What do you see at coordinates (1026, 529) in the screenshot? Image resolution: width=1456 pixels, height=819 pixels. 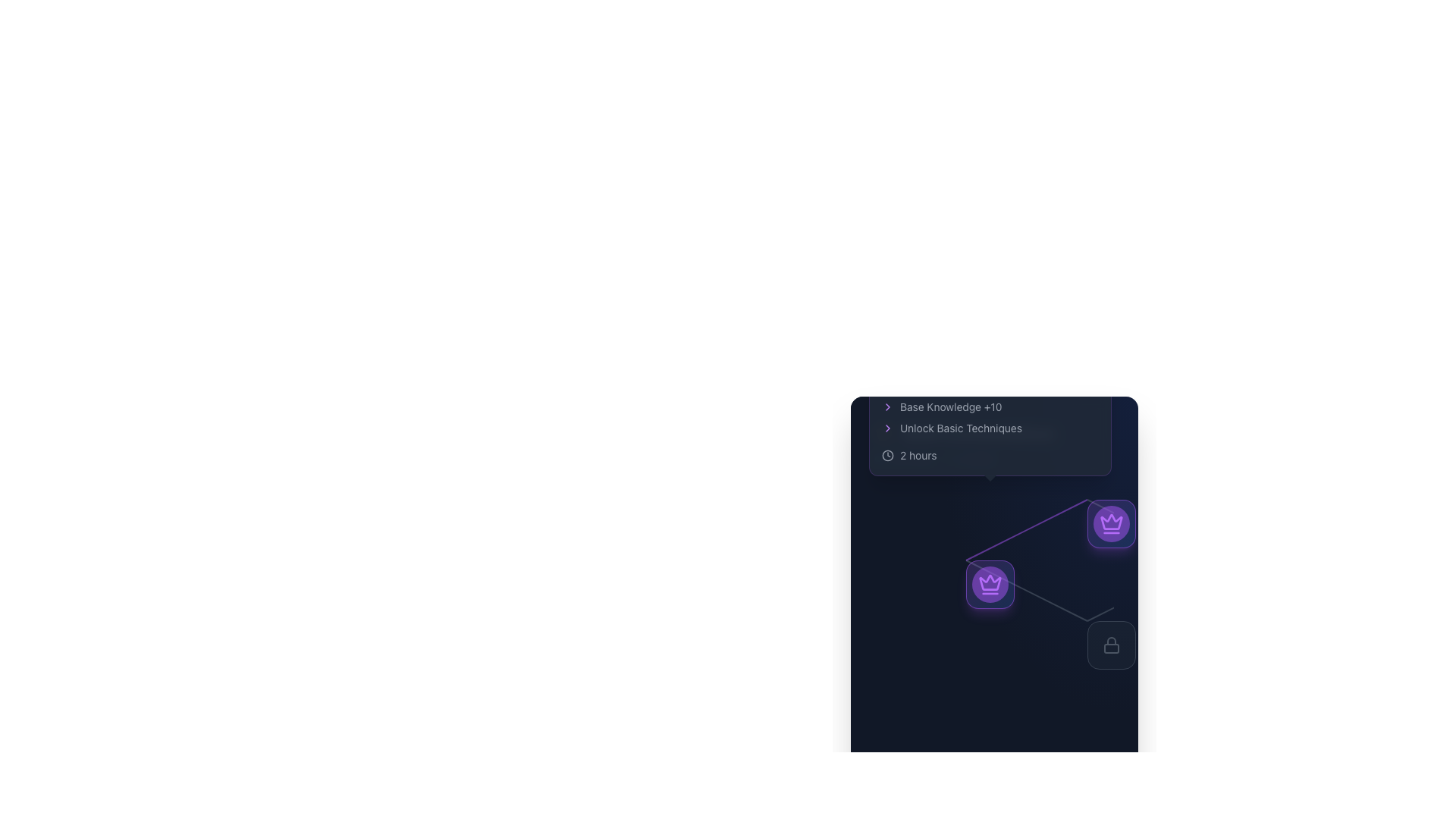 I see `the thin purple Connector line located between two purple crown icons in the lower portion of the interface` at bounding box center [1026, 529].